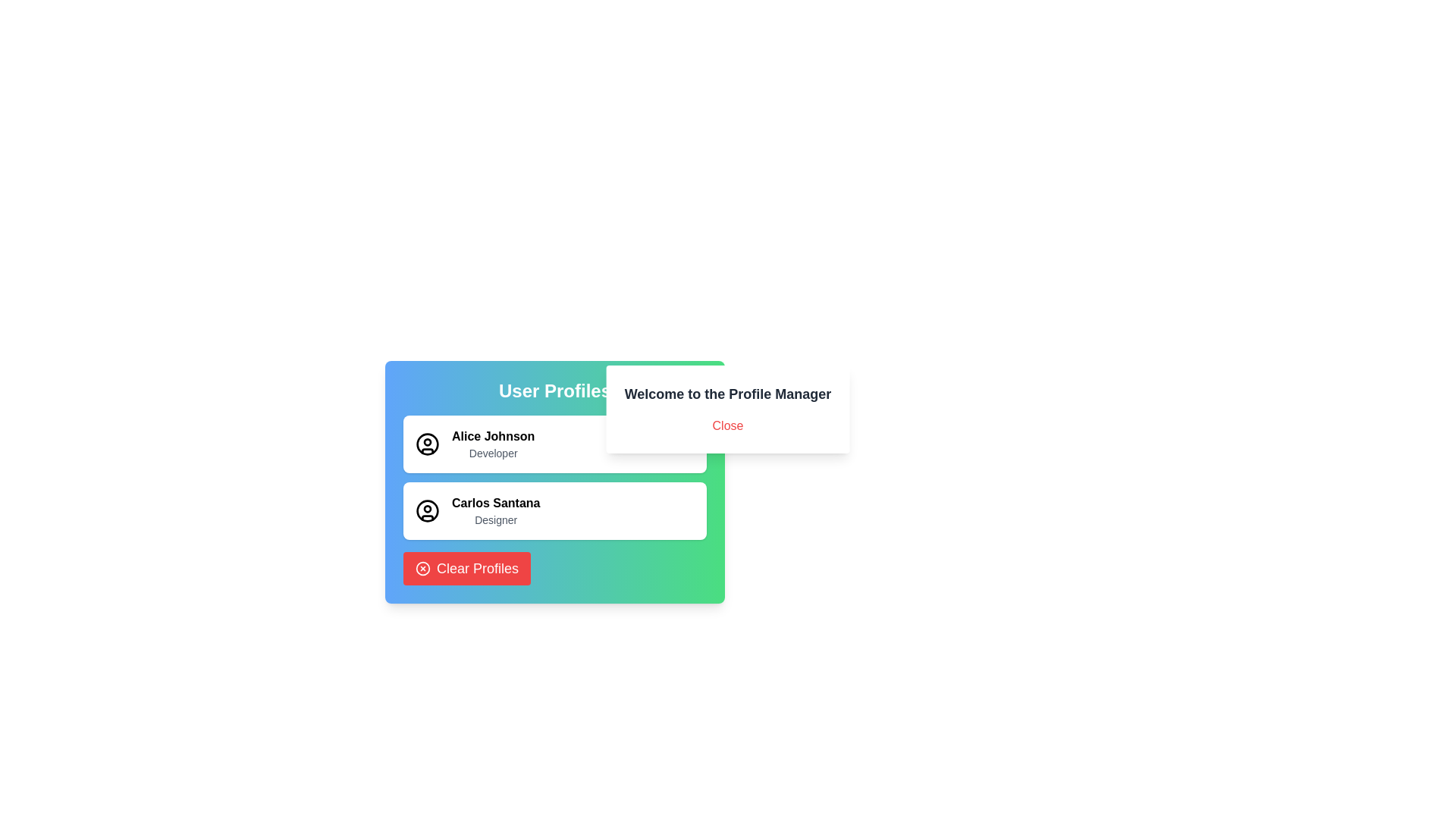  I want to click on text label displaying 'Designer' located below the name 'Carlos Santana' within the second profile card, so click(496, 519).